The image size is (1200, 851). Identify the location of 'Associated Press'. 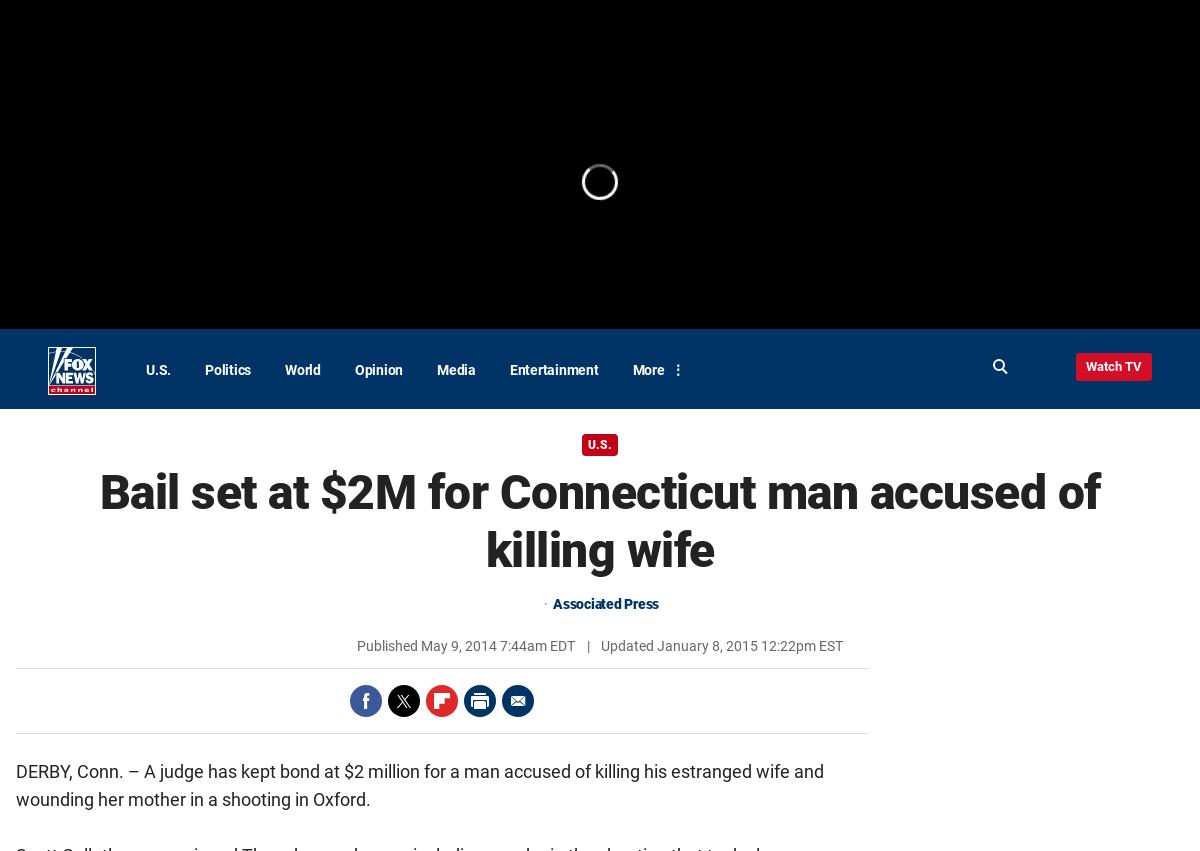
(551, 604).